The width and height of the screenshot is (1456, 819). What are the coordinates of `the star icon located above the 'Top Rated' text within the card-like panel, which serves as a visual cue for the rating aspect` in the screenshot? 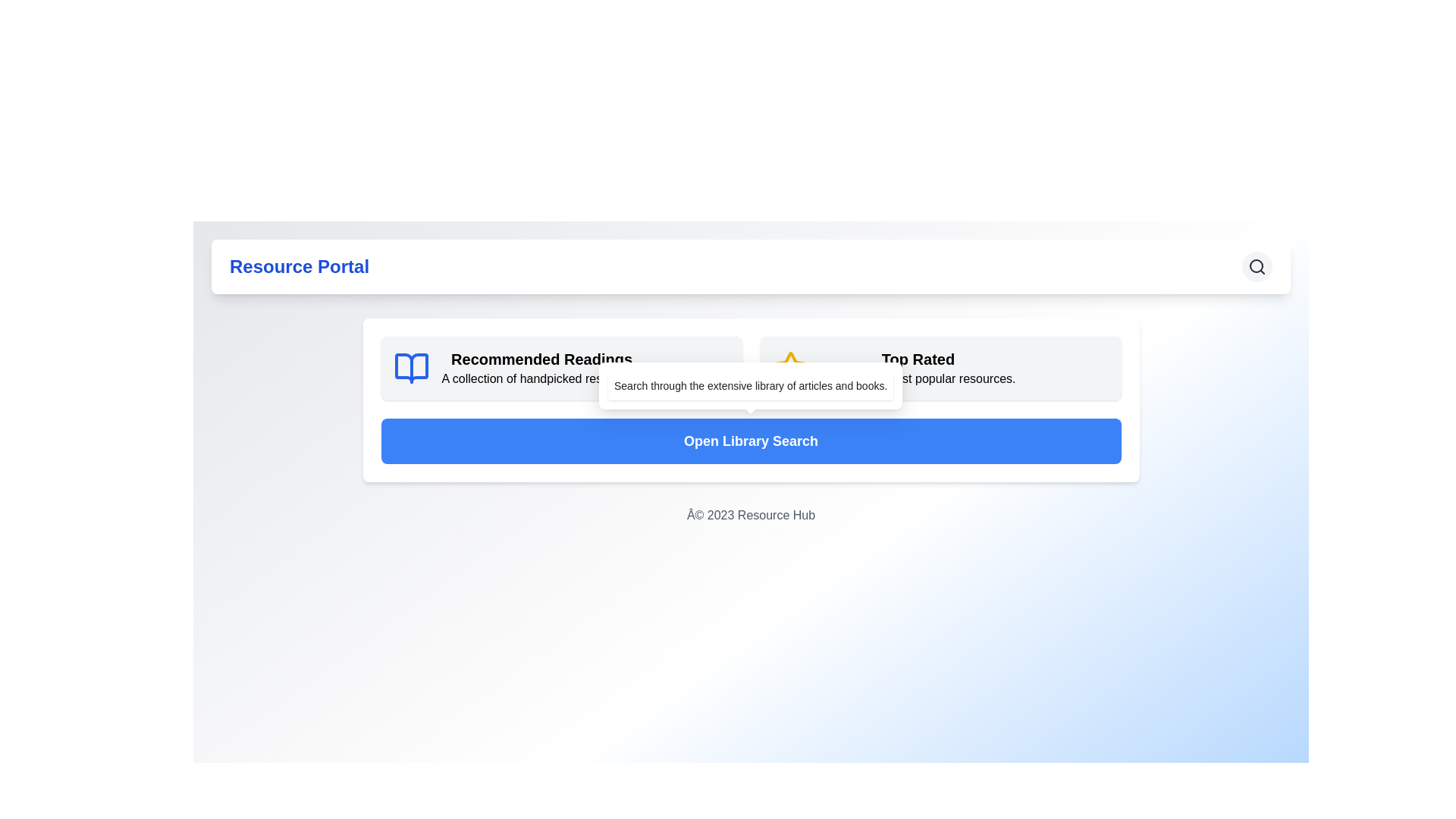 It's located at (789, 369).